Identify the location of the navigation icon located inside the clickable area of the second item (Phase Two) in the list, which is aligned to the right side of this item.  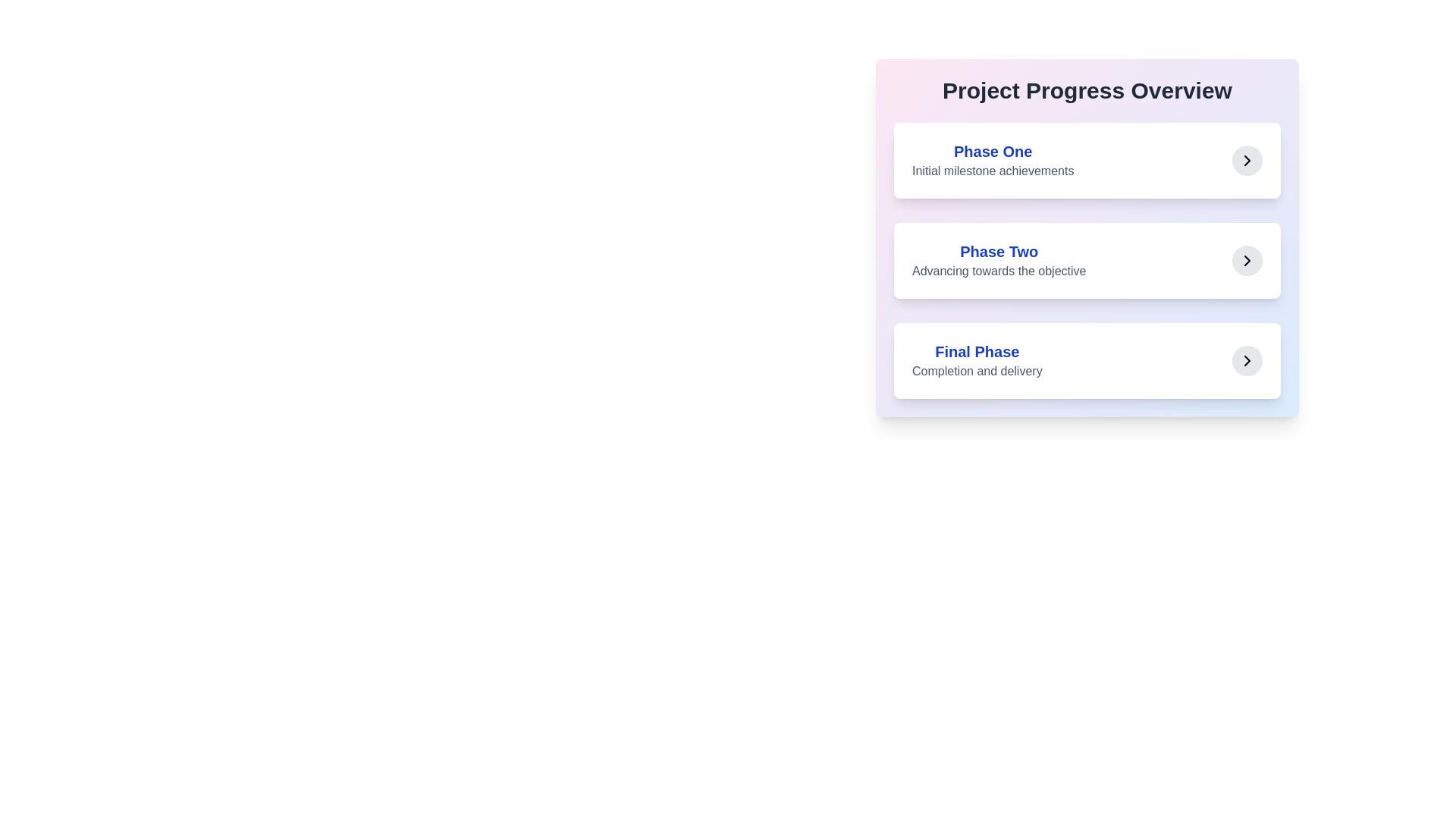
(1247, 259).